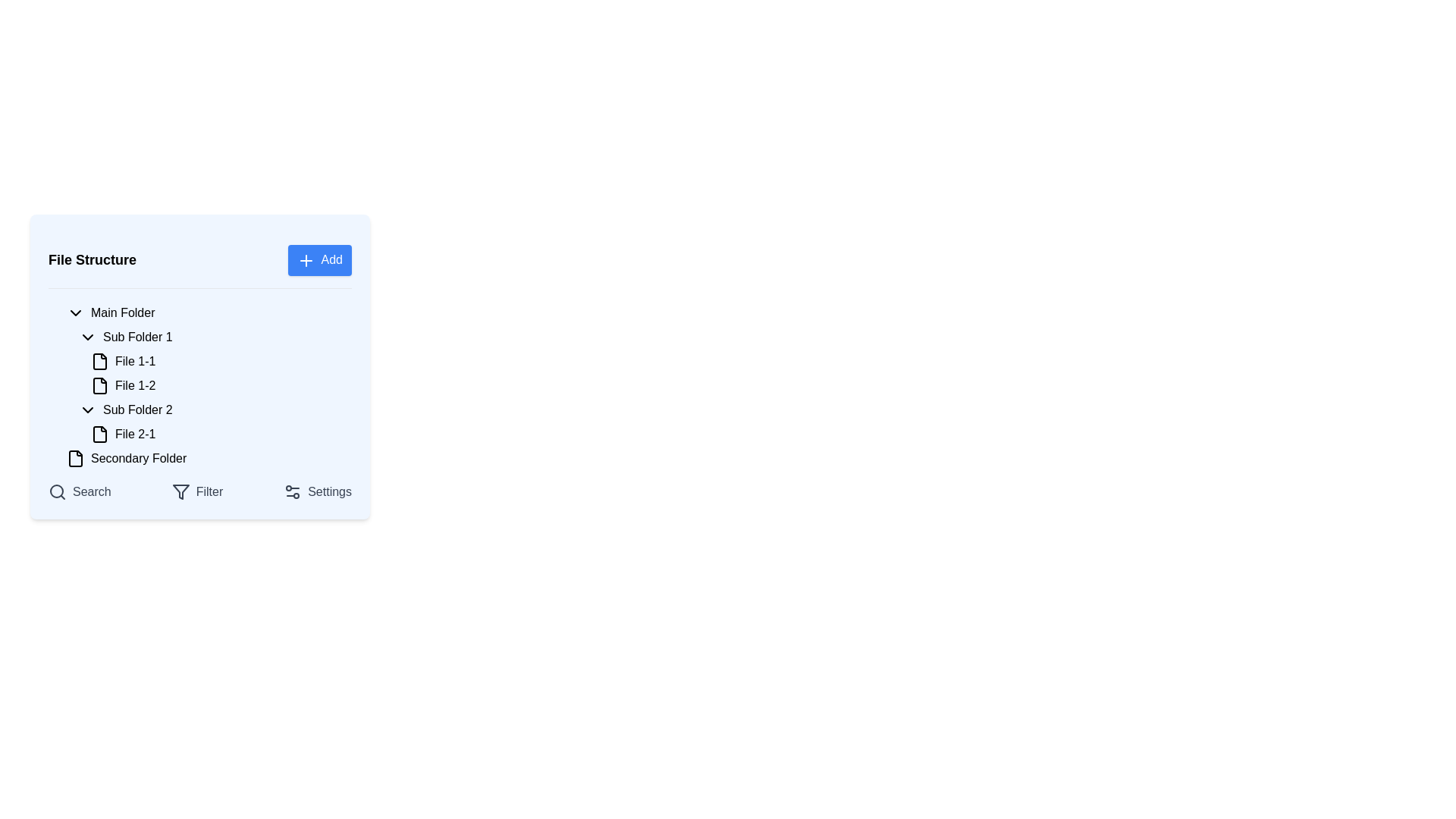 The height and width of the screenshot is (819, 1456). Describe the element at coordinates (199, 384) in the screenshot. I see `the list item labeled 'File 1-2' within the 'Main Folder' section under 'Sub Folder 1'` at that location.